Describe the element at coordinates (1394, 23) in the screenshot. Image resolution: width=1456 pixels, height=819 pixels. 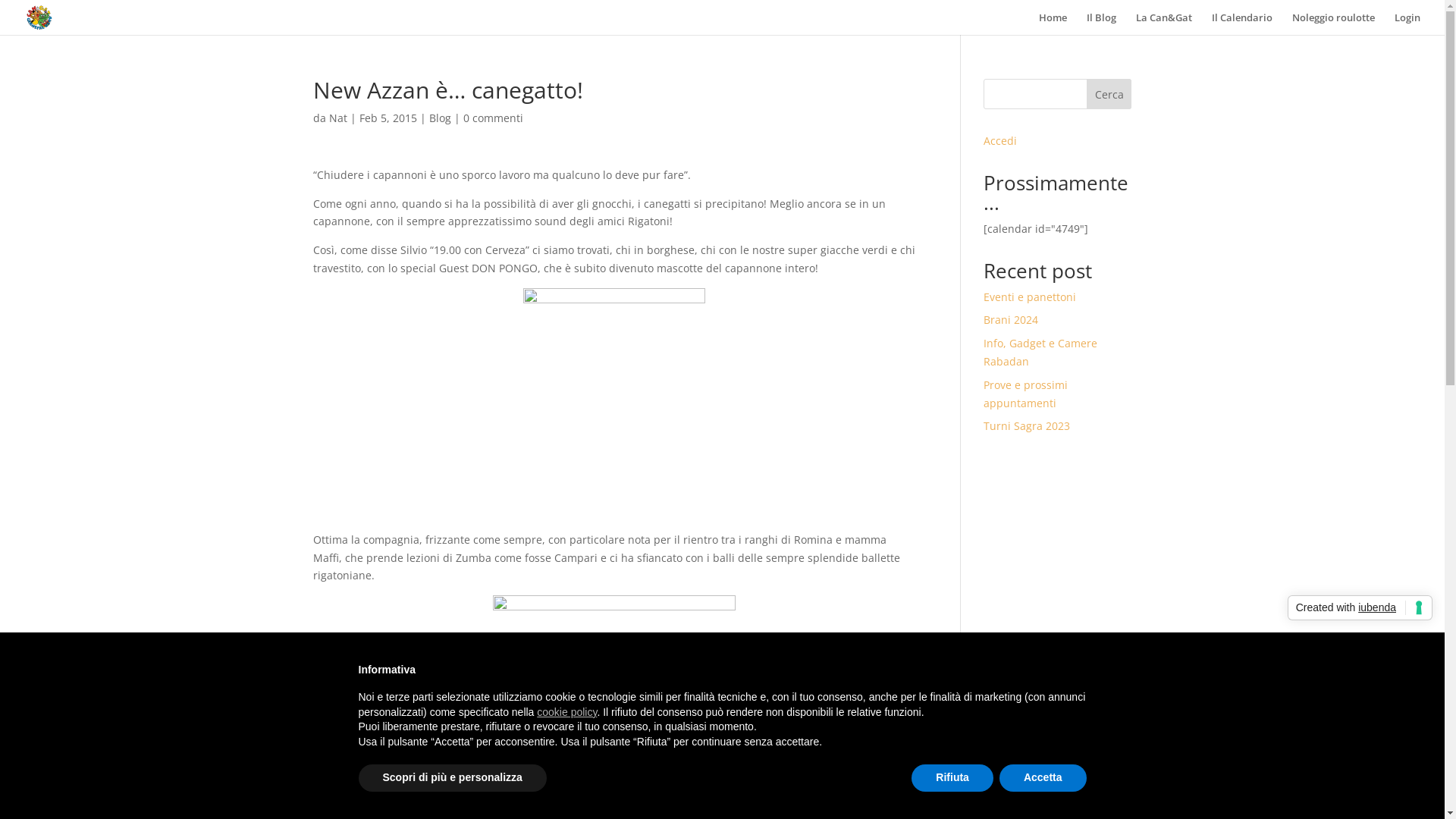
I see `'Login'` at that location.